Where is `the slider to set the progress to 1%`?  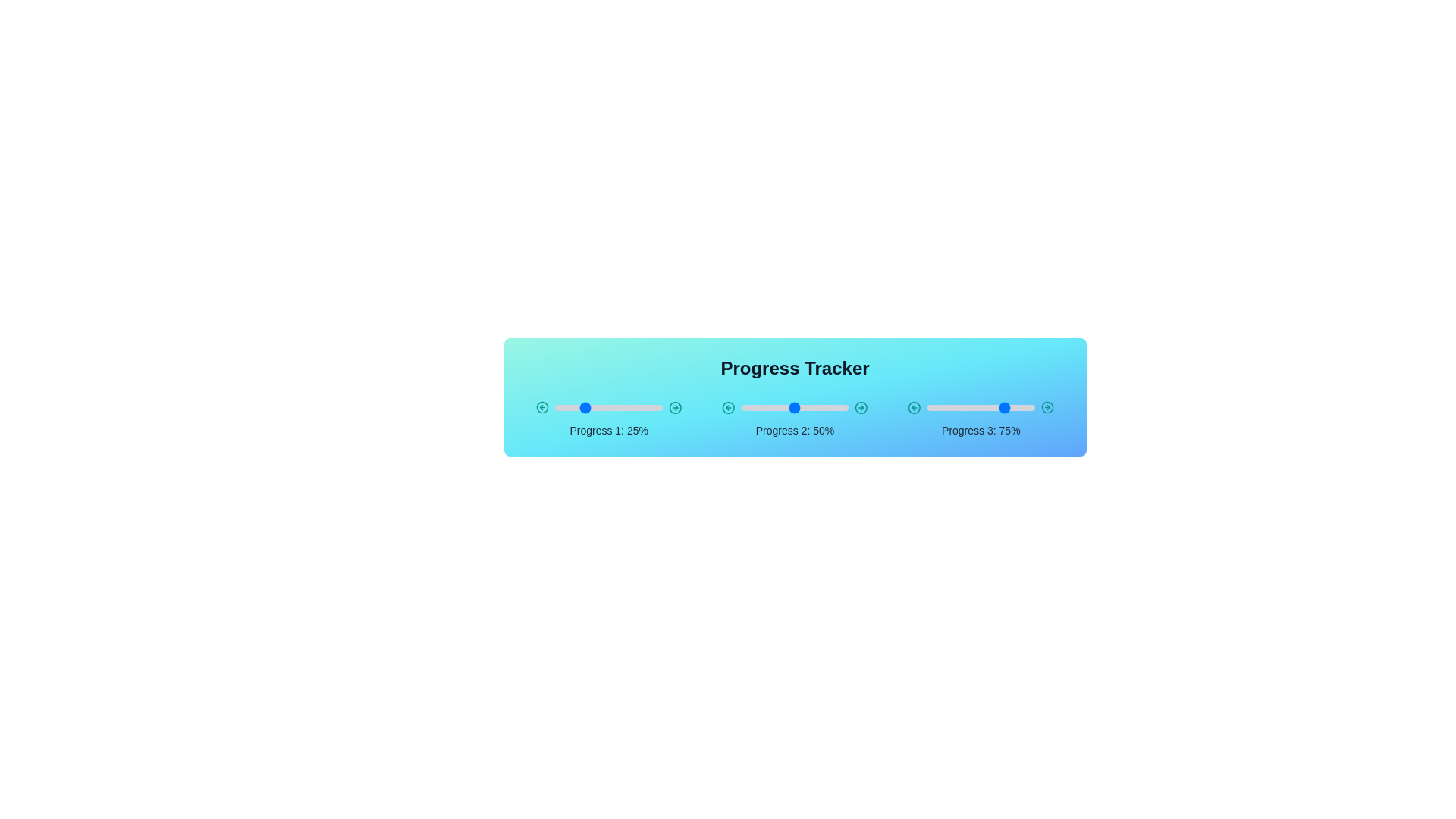
the slider to set the progress to 1% is located at coordinates (555, 406).